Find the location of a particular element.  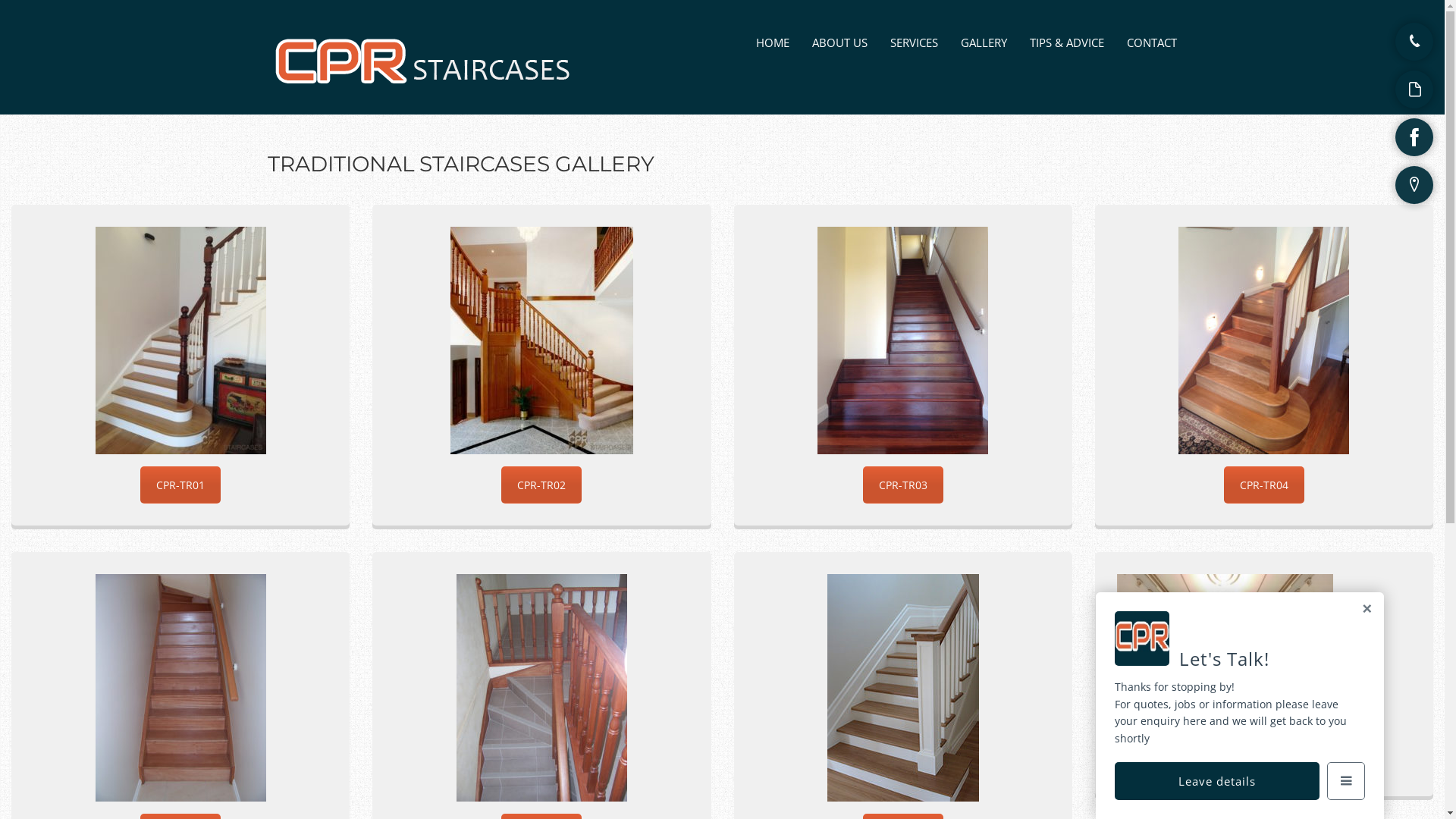

'CPR-TR01' is located at coordinates (180, 485).